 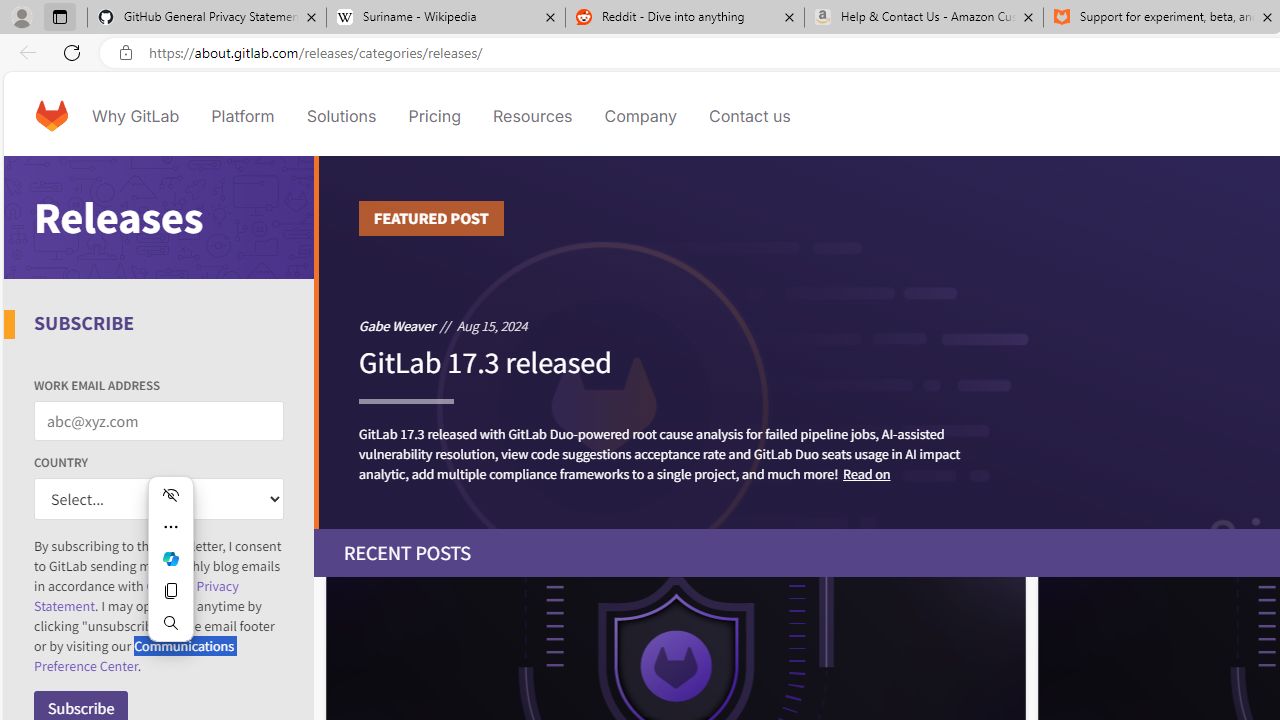 What do you see at coordinates (485, 371) in the screenshot?
I see `'GitLab 17.3 released'` at bounding box center [485, 371].